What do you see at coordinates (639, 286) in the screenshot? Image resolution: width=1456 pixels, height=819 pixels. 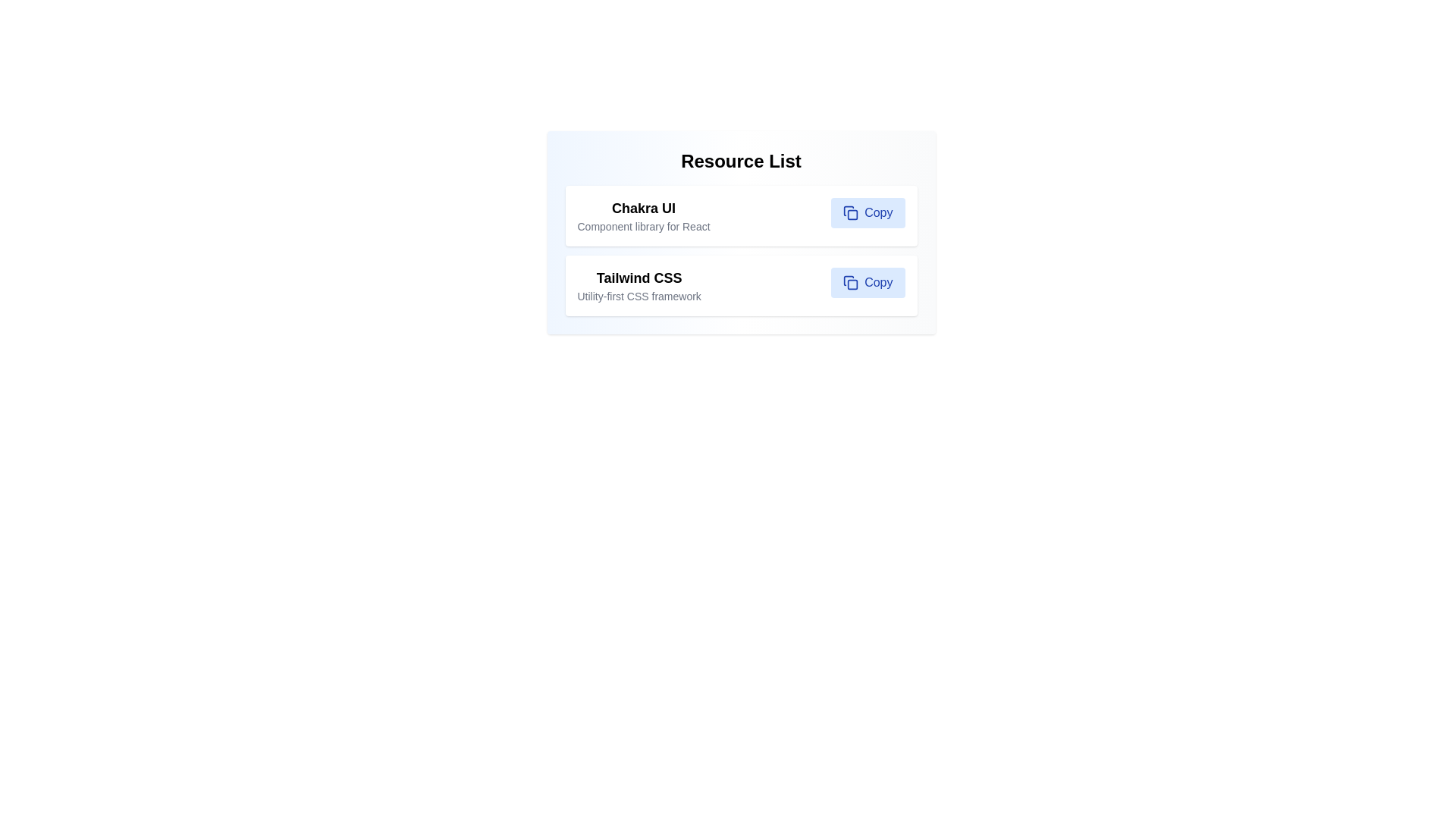 I see `the Text Display element containing the title 'Tailwind CSS' and the description 'Utility-first CSS framework', which is part of the second card in the list` at bounding box center [639, 286].